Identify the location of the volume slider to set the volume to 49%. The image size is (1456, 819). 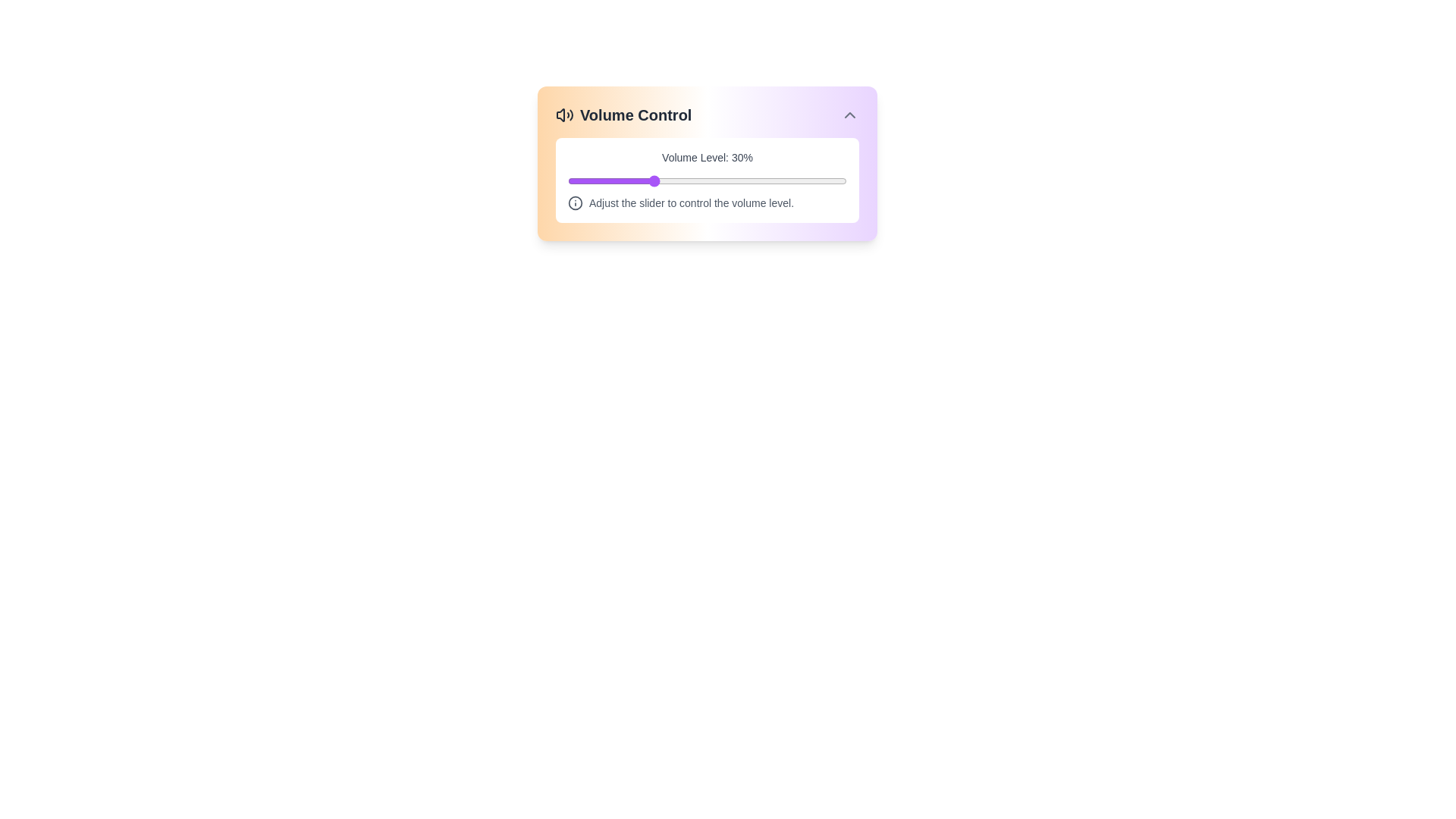
(704, 180).